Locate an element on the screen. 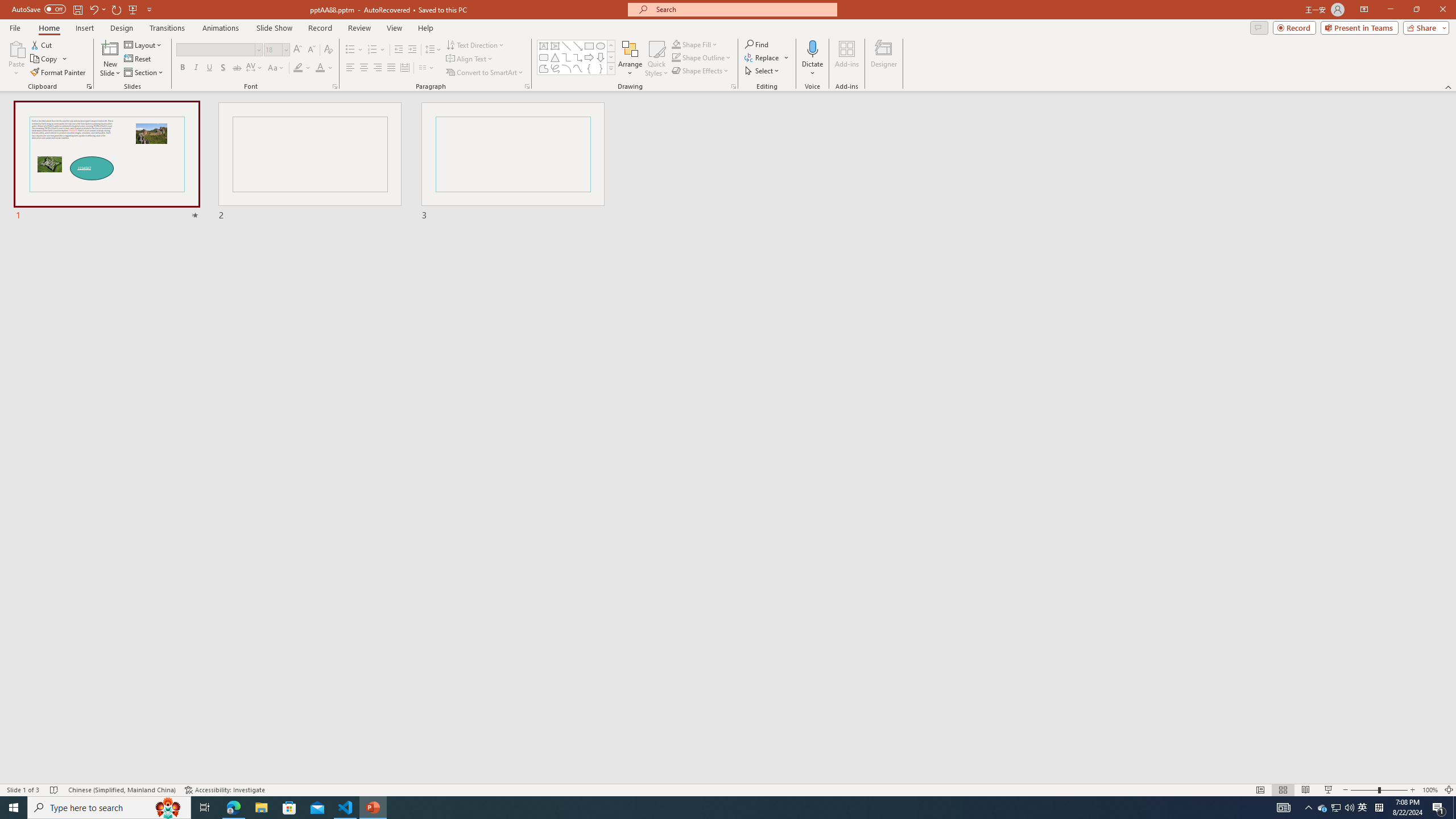  'Connector: Elbow' is located at coordinates (565, 56).